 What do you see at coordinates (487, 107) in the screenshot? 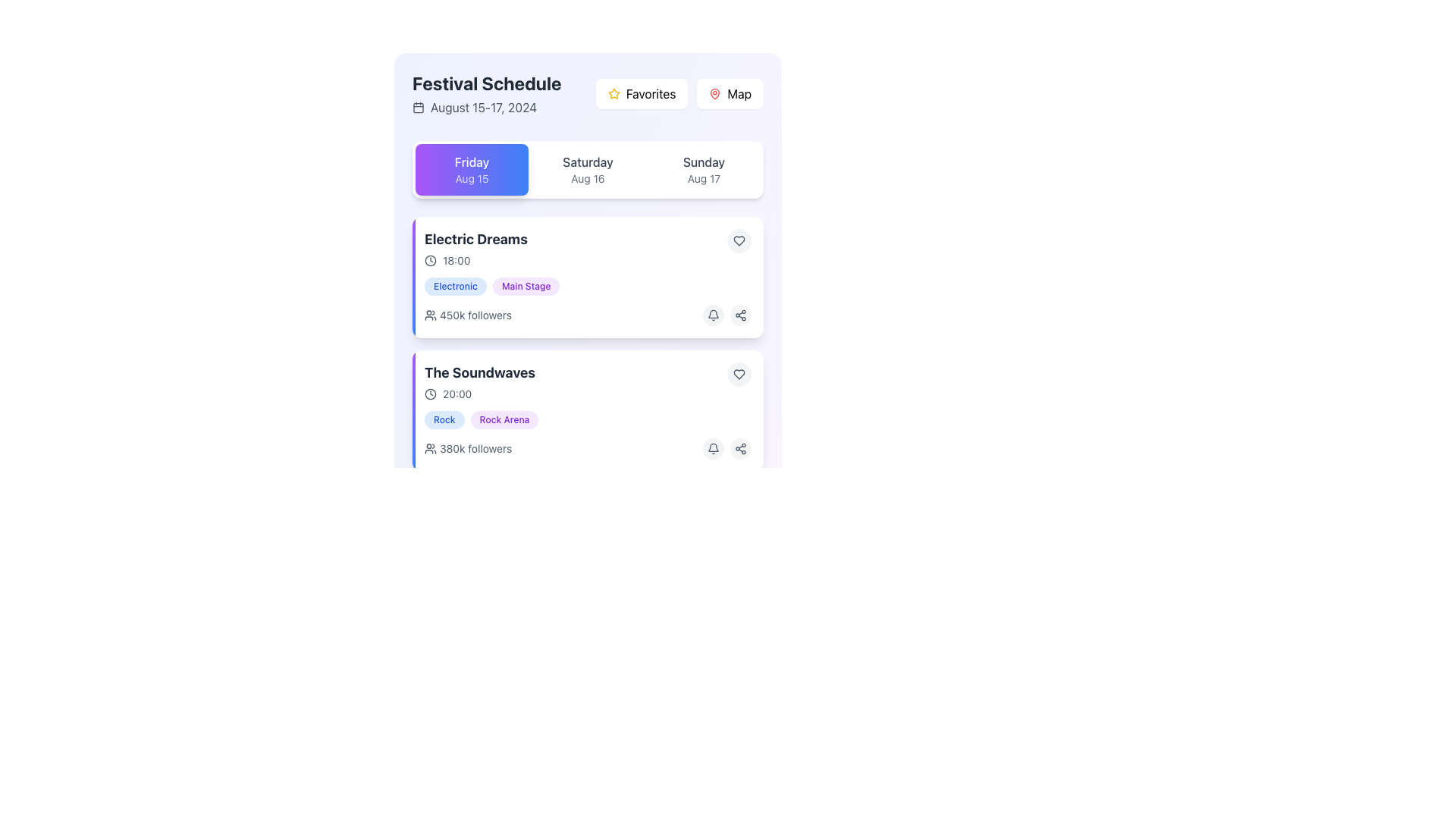
I see `the static text label with an icon that provides information about the event's schedule dates, located beneath the 'Festival Schedule' header` at bounding box center [487, 107].